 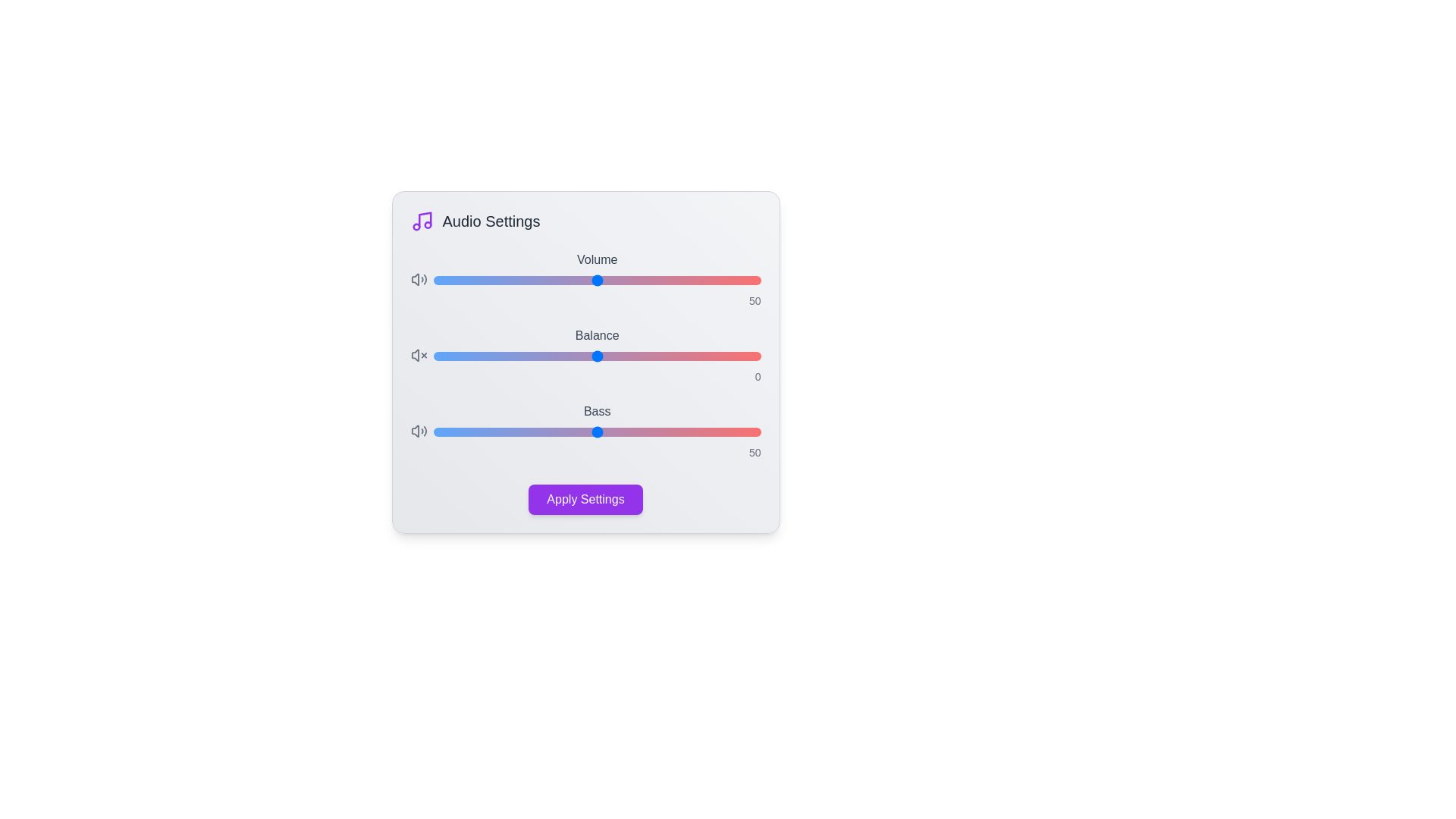 What do you see at coordinates (532, 432) in the screenshot?
I see `the 'Bass' slider to 30` at bounding box center [532, 432].